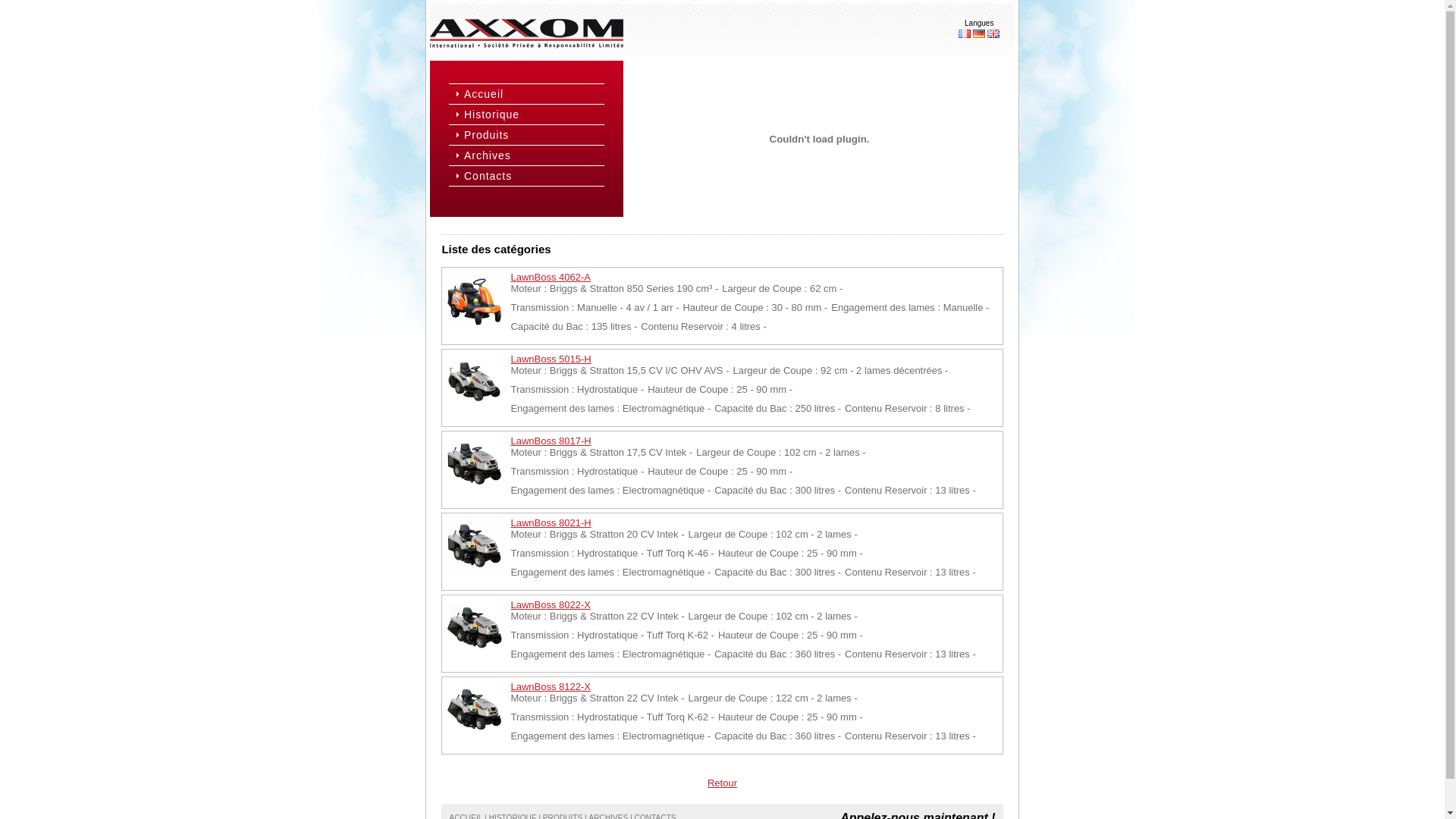  I want to click on 'LawnBoss 8122-X', so click(549, 686).